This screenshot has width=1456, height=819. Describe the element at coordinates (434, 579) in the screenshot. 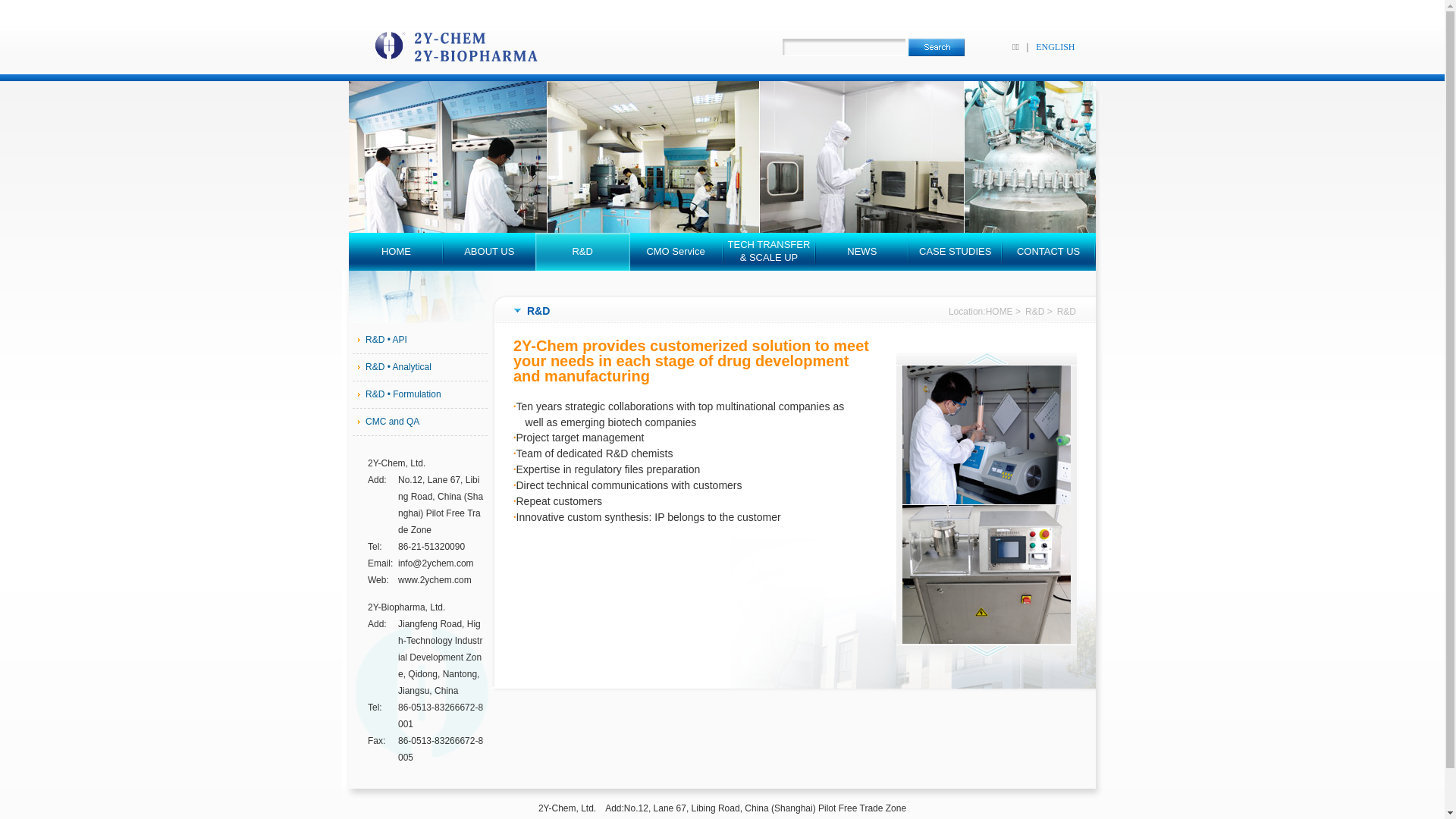

I see `'www.2ychem.com'` at that location.